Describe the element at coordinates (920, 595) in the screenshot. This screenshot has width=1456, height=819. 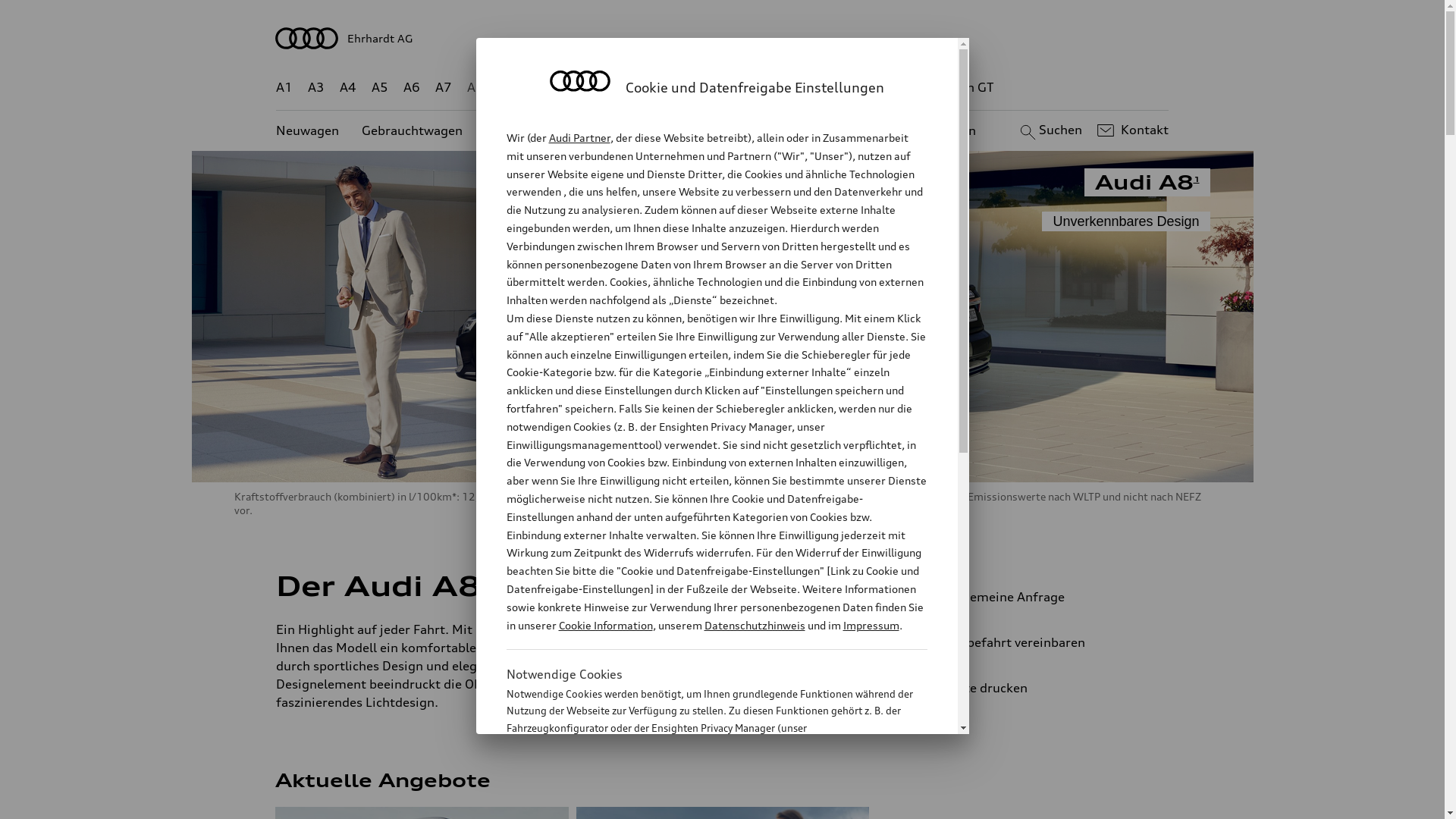
I see `'Allgemeine Anfrage'` at that location.